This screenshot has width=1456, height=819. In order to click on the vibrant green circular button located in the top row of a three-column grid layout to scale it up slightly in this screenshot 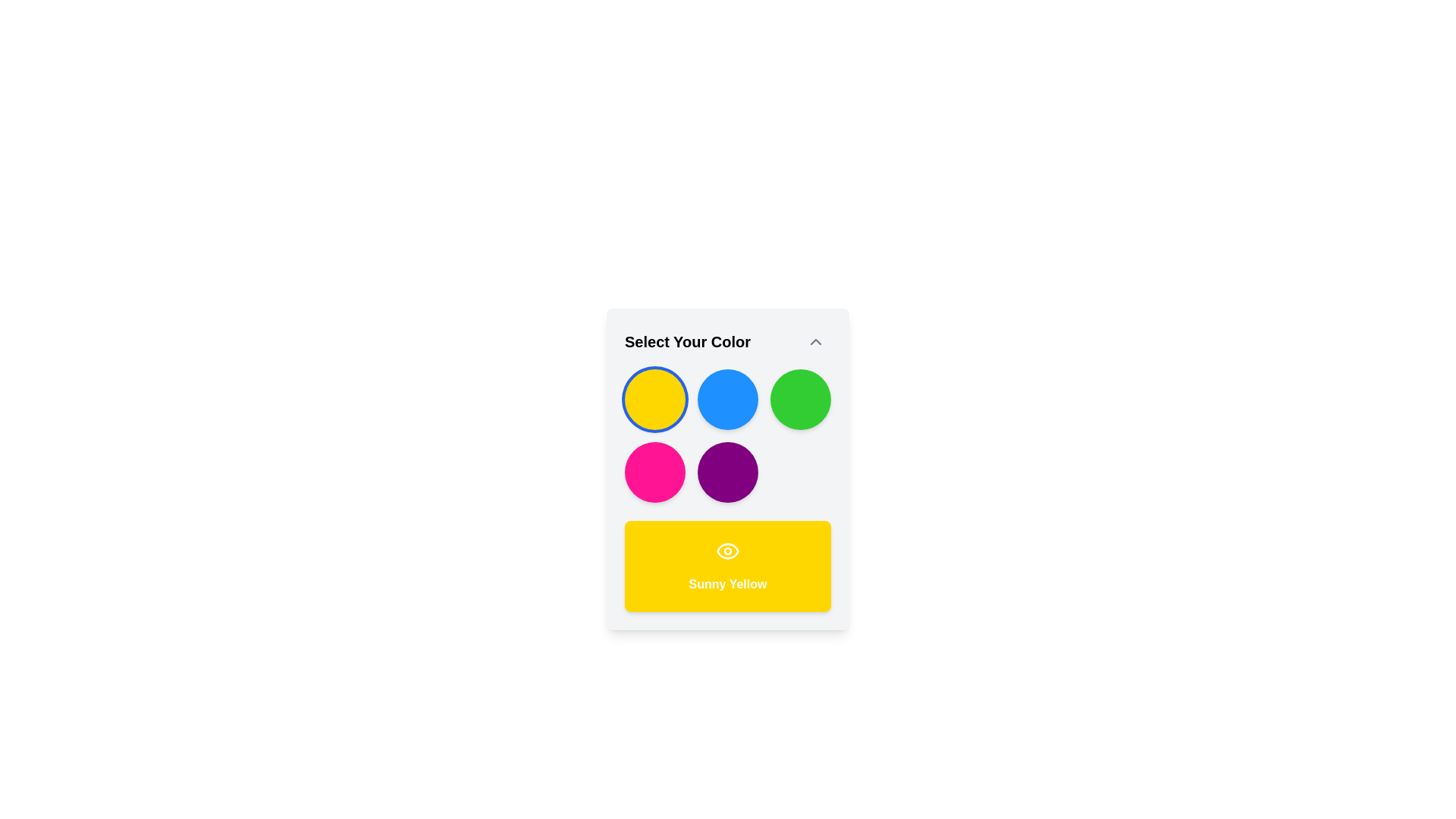, I will do `click(800, 399)`.